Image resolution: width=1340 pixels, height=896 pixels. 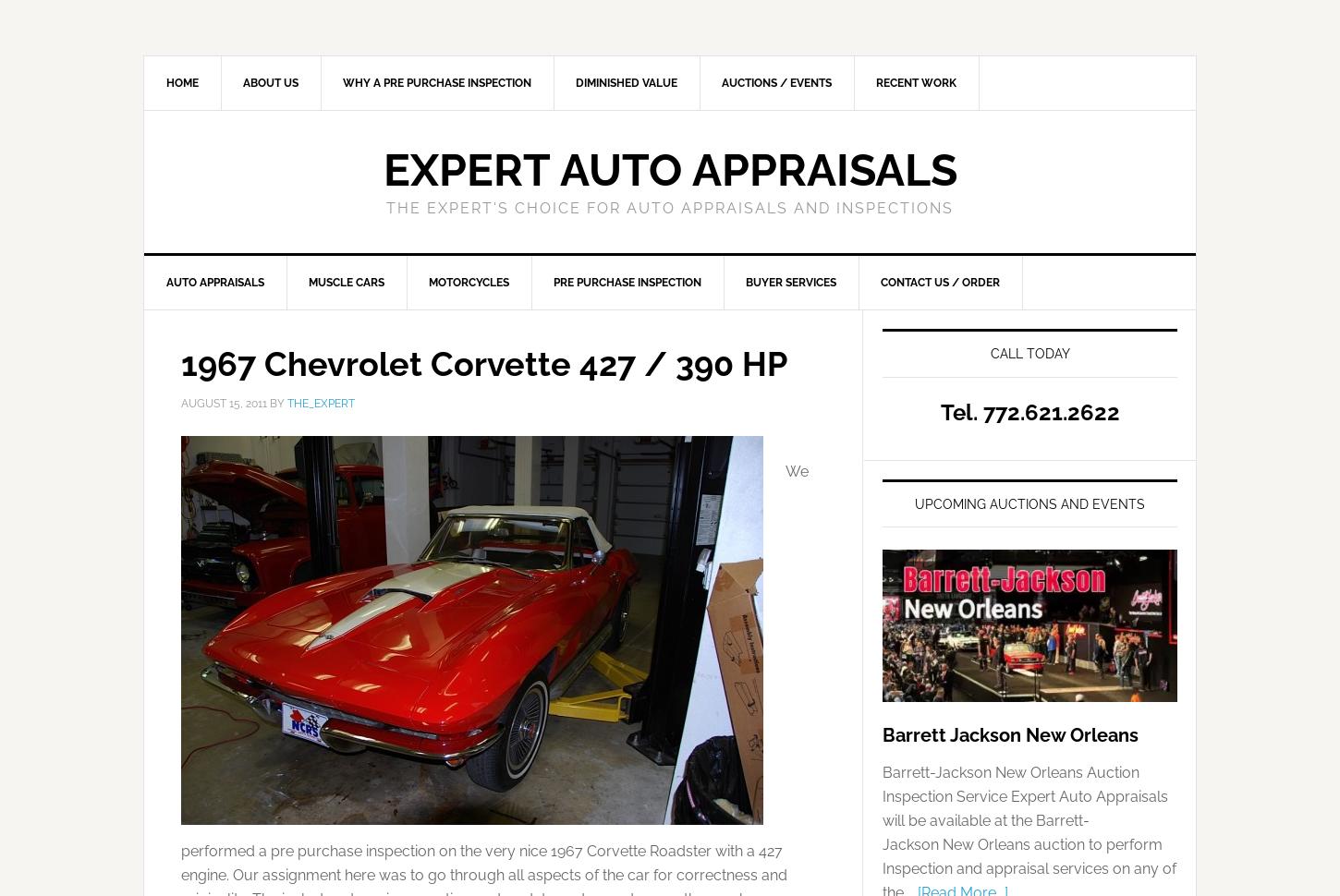 What do you see at coordinates (875, 82) in the screenshot?
I see `'Recent Work'` at bounding box center [875, 82].